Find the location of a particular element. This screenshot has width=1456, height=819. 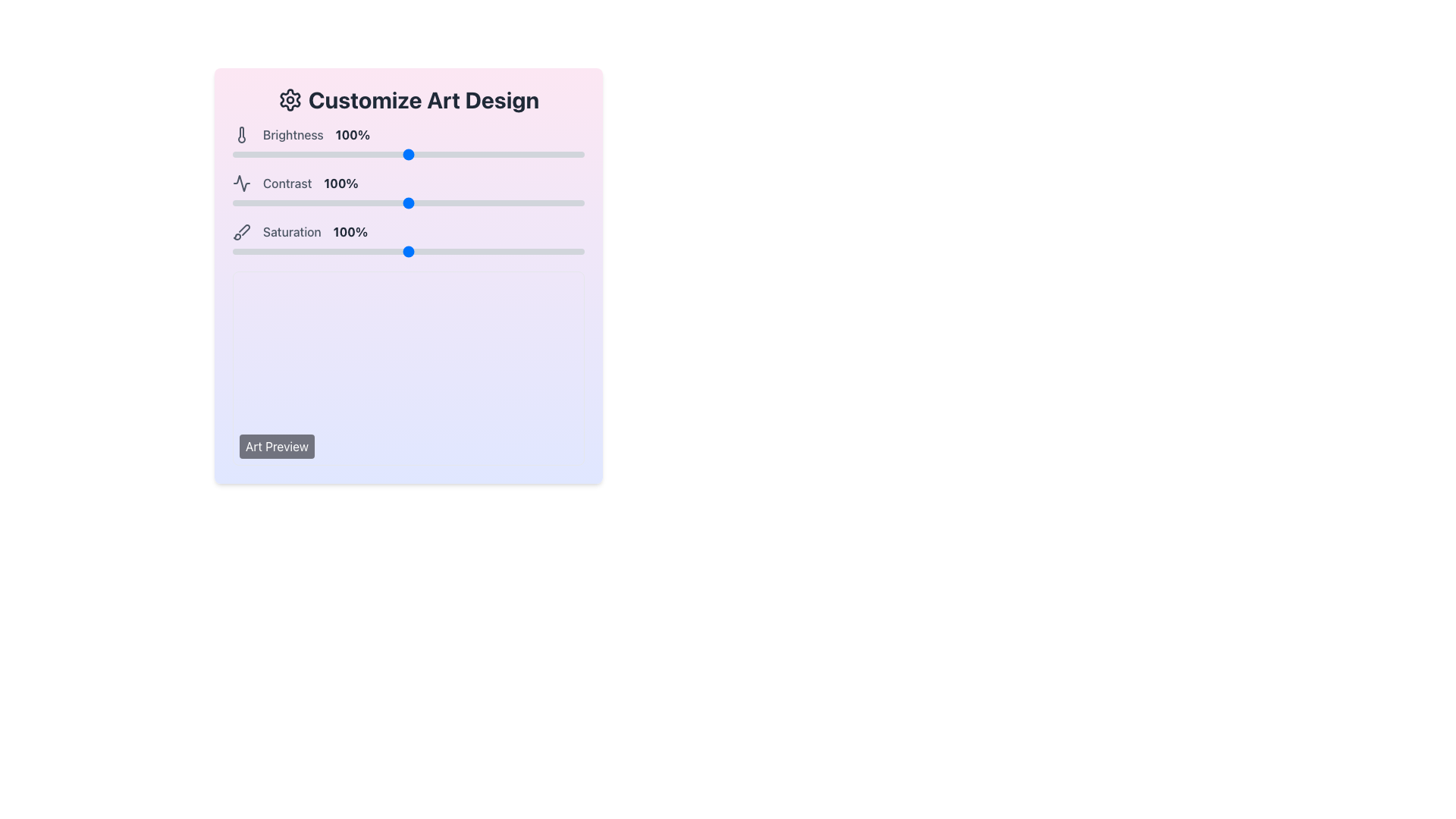

the brightness level is located at coordinates (346, 155).